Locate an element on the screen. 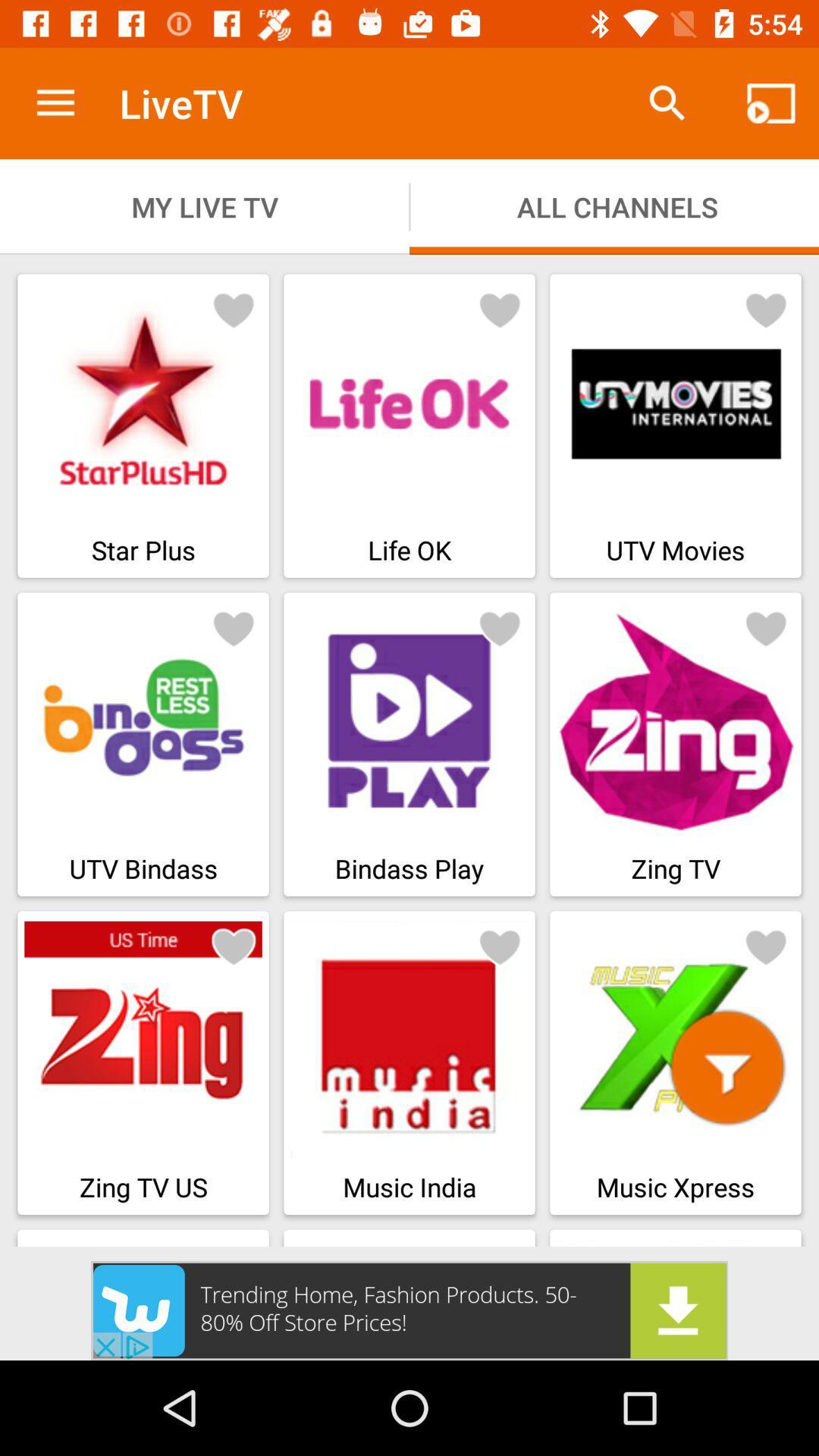 Image resolution: width=819 pixels, height=1456 pixels. music india is located at coordinates (409, 1062).